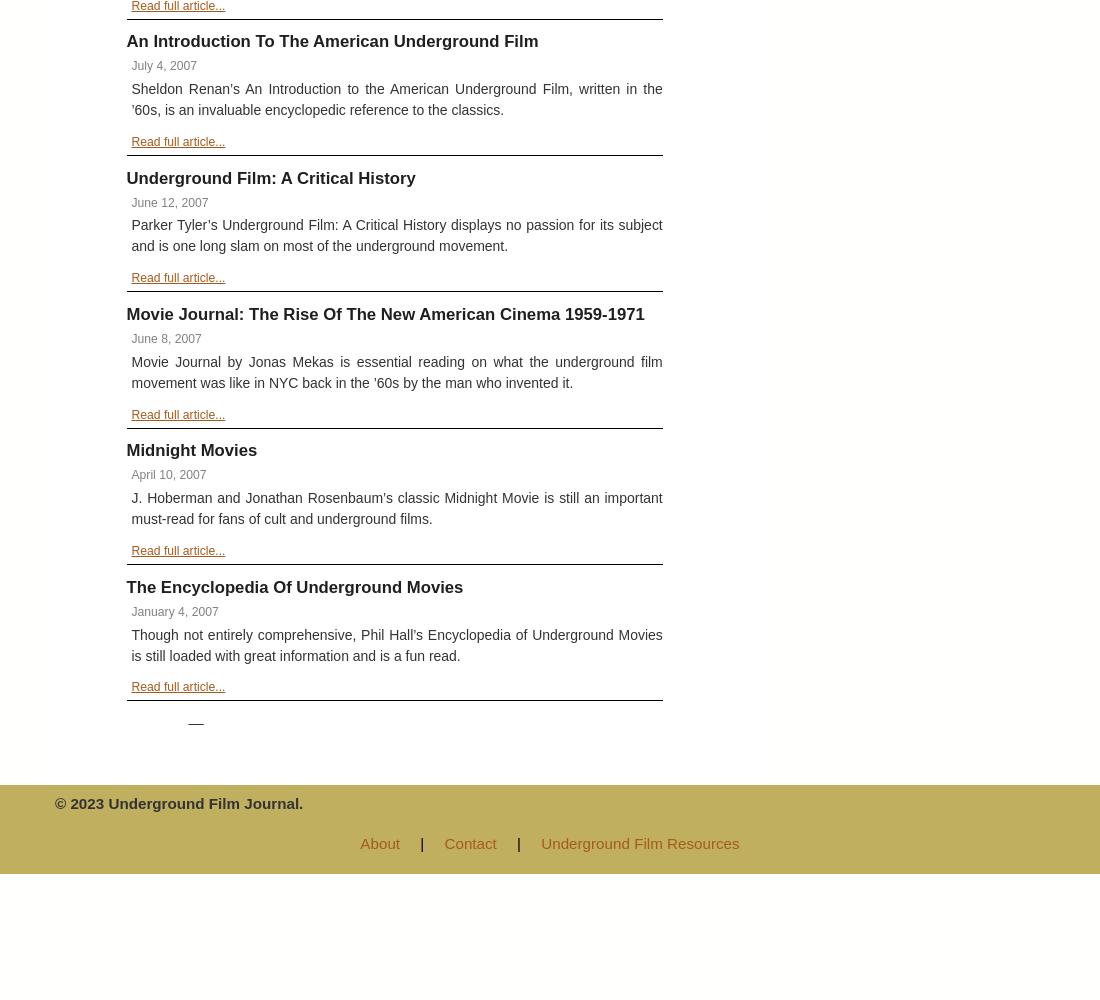 This screenshot has width=1100, height=1000. Describe the element at coordinates (173, 610) in the screenshot. I see `'January 4, 2007'` at that location.